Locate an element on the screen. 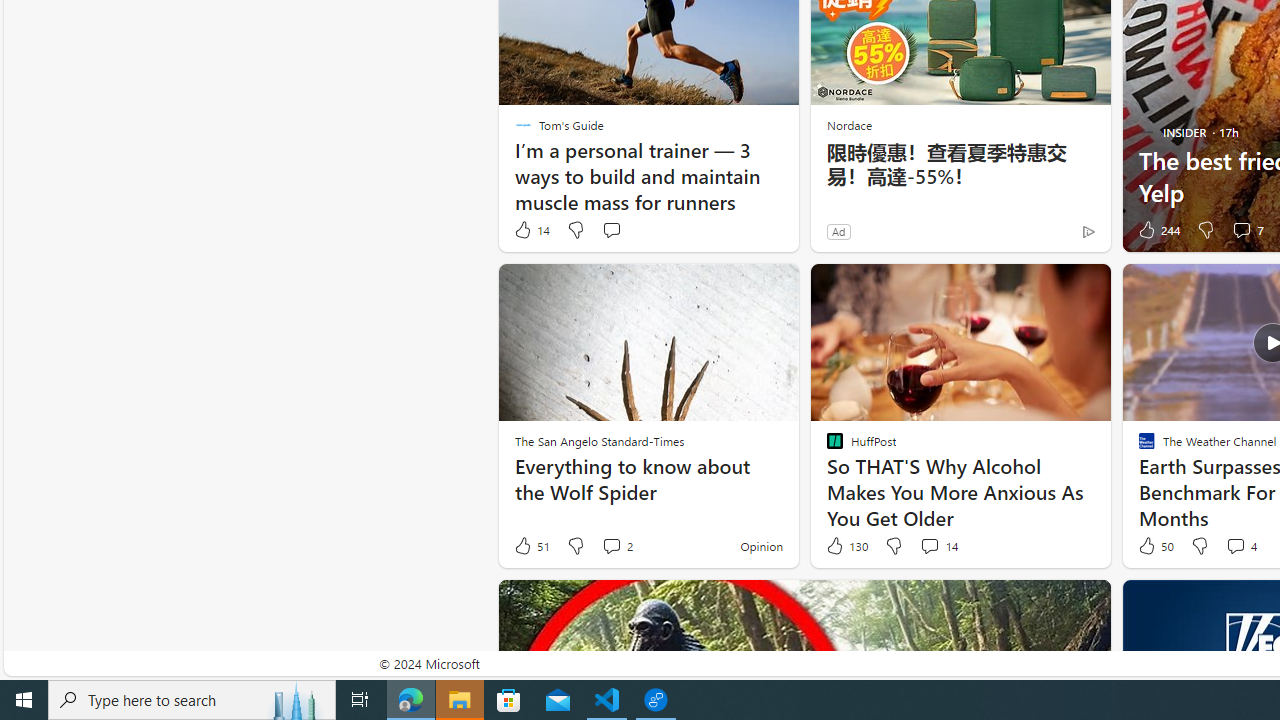  'View comments 14 Comment' is located at coordinates (928, 545).